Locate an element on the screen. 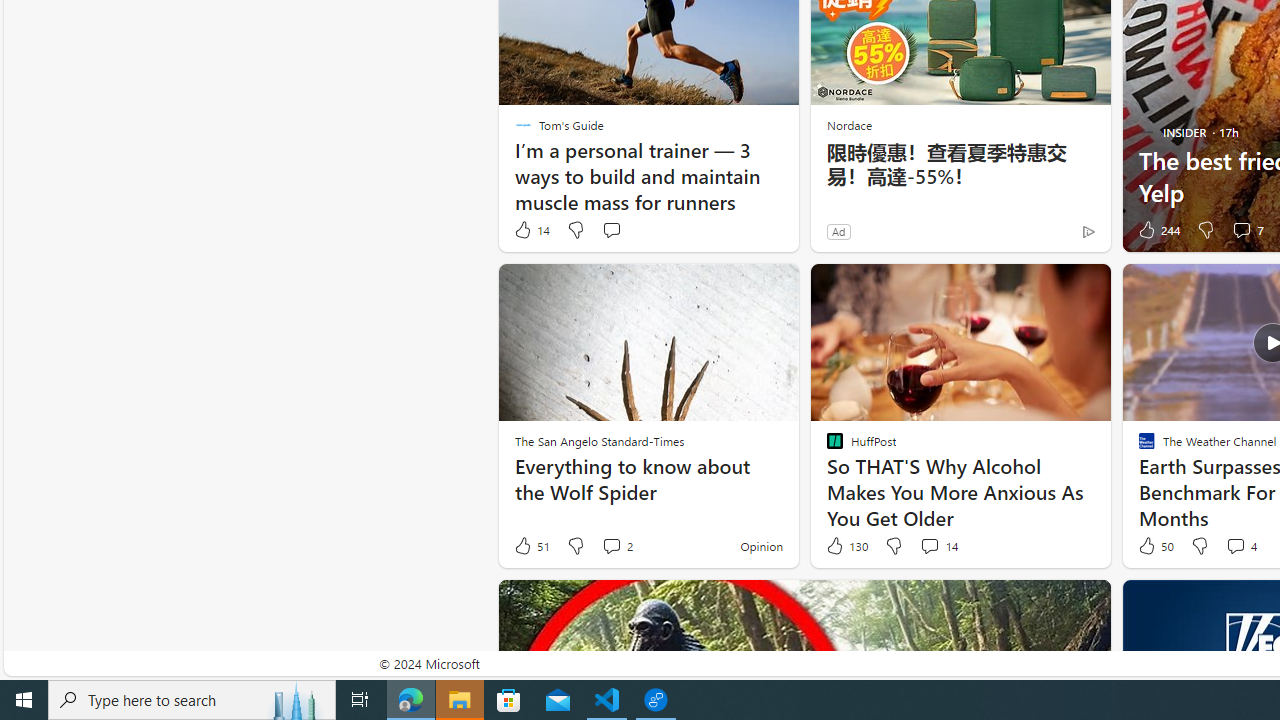  'View comments 14 Comment' is located at coordinates (928, 545).